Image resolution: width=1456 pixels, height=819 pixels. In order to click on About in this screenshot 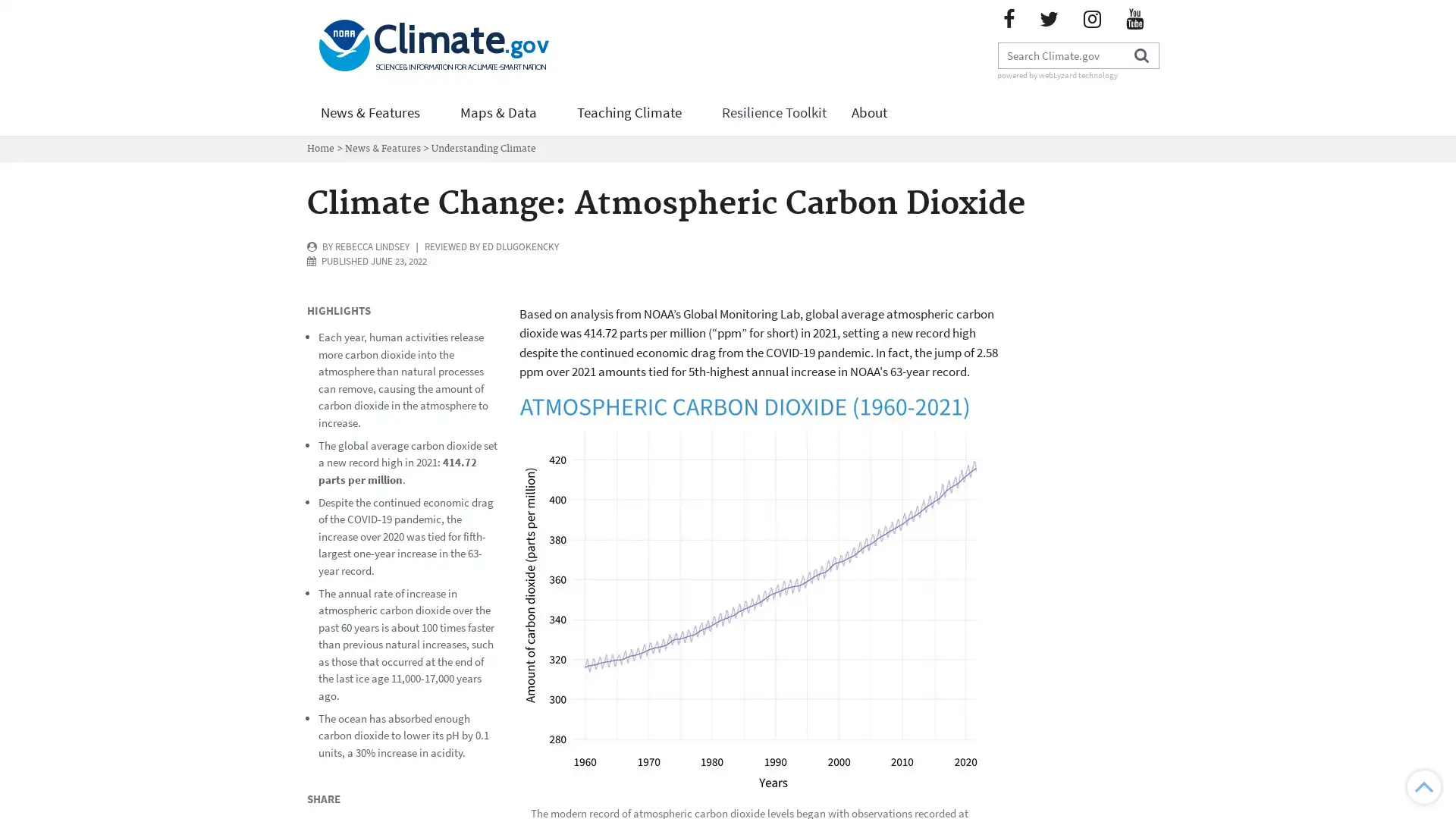, I will do `click(877, 111)`.